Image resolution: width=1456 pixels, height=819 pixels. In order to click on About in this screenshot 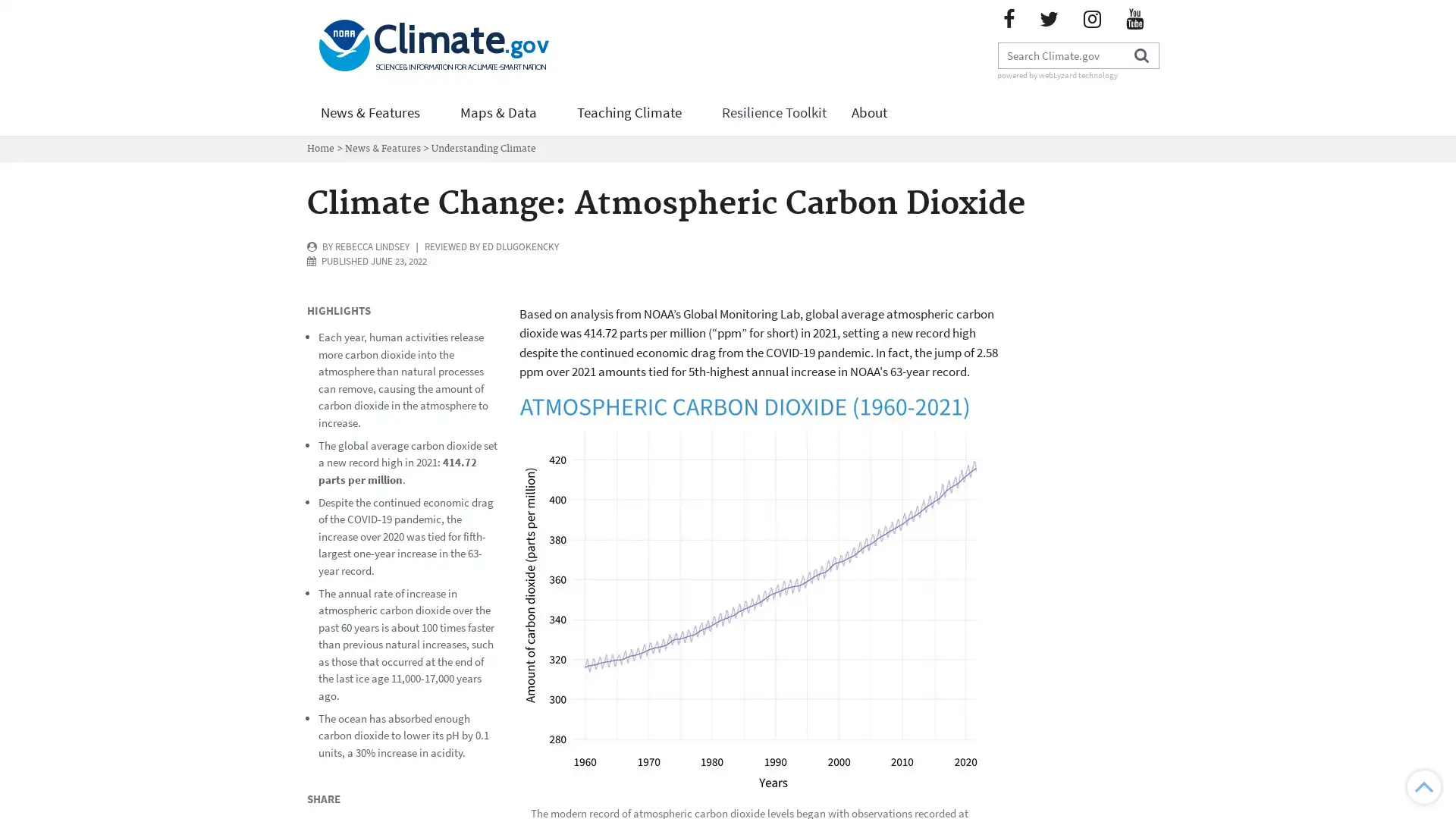, I will do `click(877, 111)`.